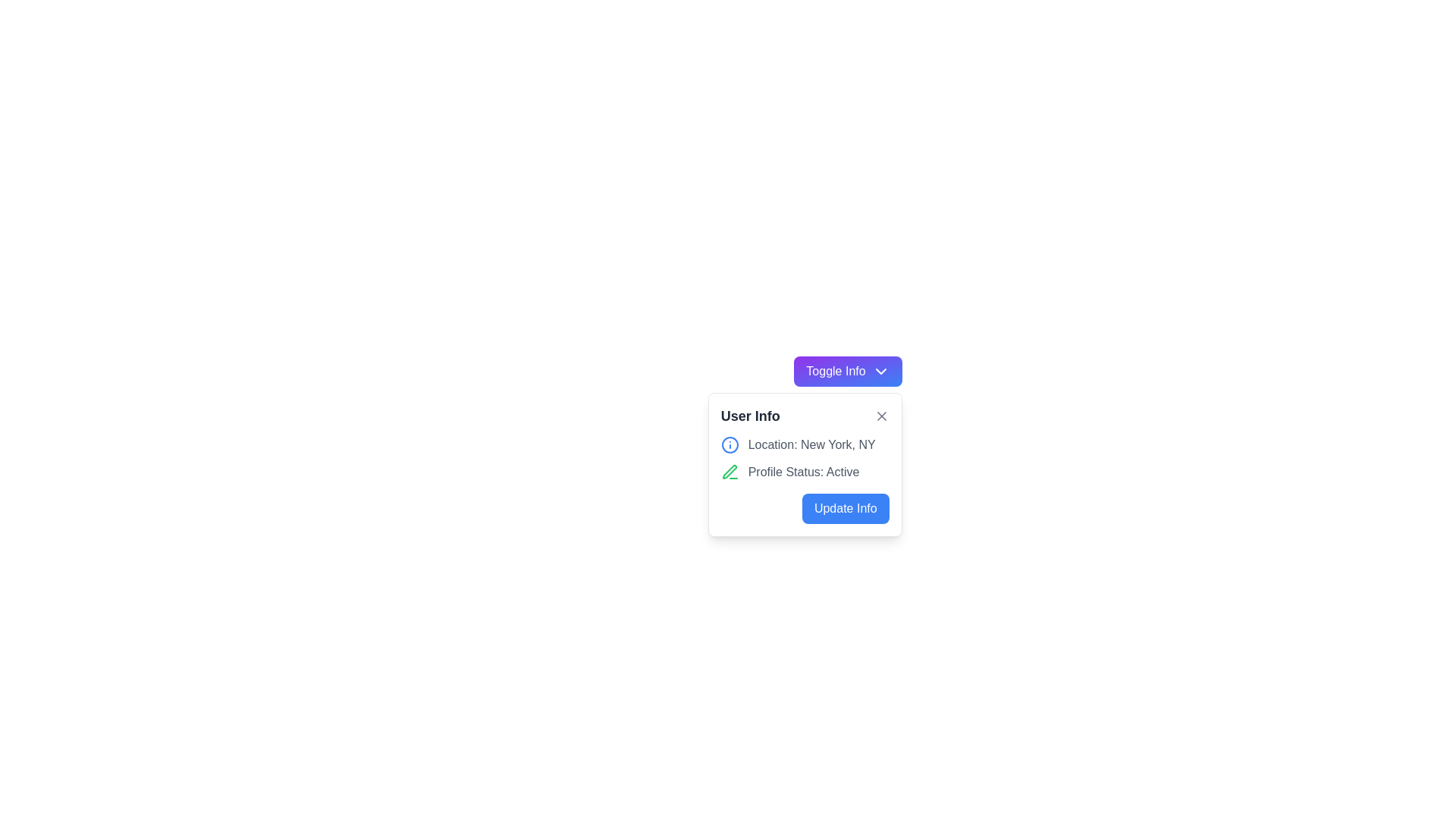 This screenshot has height=819, width=1456. Describe the element at coordinates (804, 509) in the screenshot. I see `the blue 'Update Info' button located at the bottom-right of the 'User Info' card` at that location.